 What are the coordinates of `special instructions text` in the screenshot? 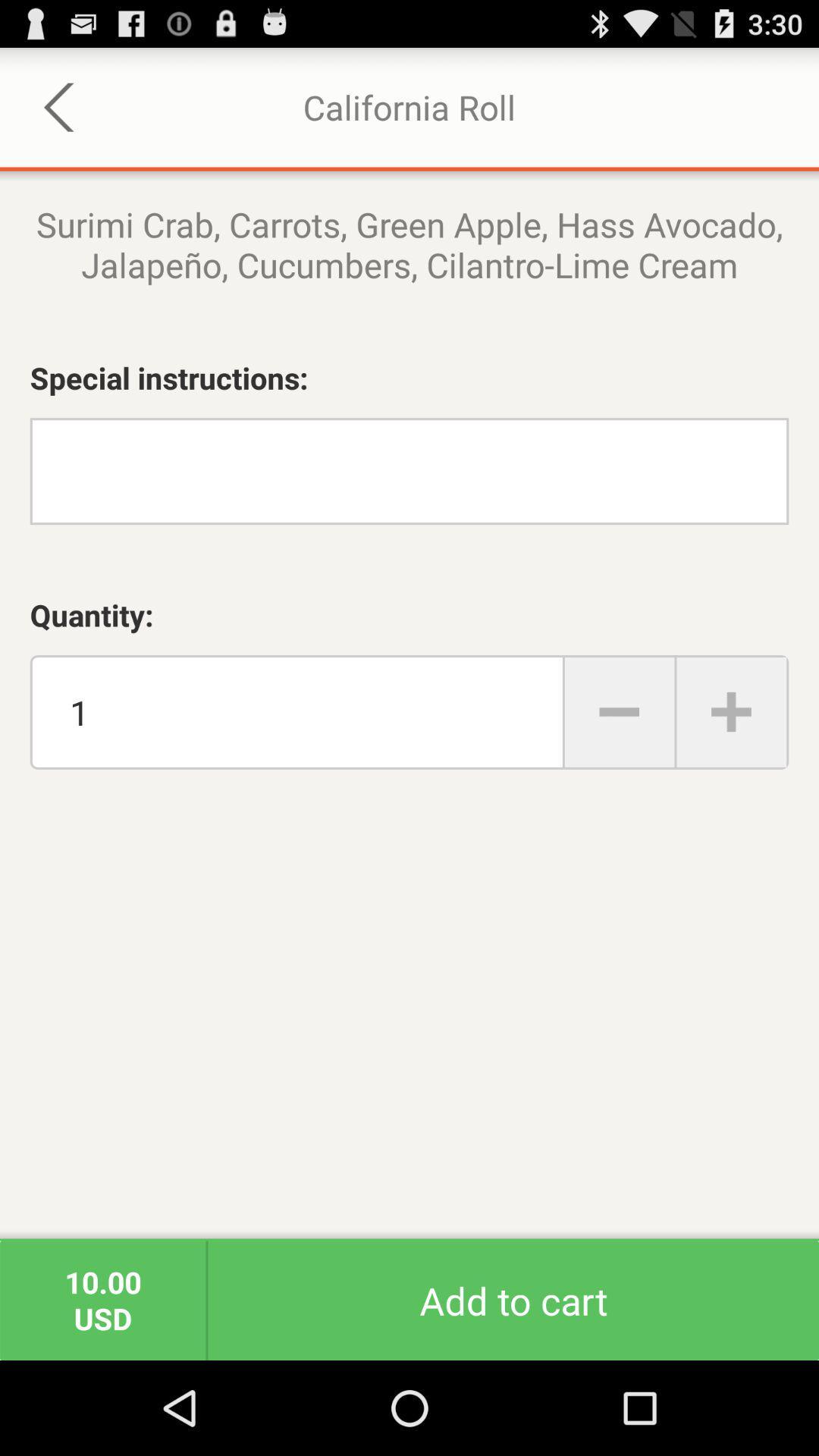 It's located at (409, 470).